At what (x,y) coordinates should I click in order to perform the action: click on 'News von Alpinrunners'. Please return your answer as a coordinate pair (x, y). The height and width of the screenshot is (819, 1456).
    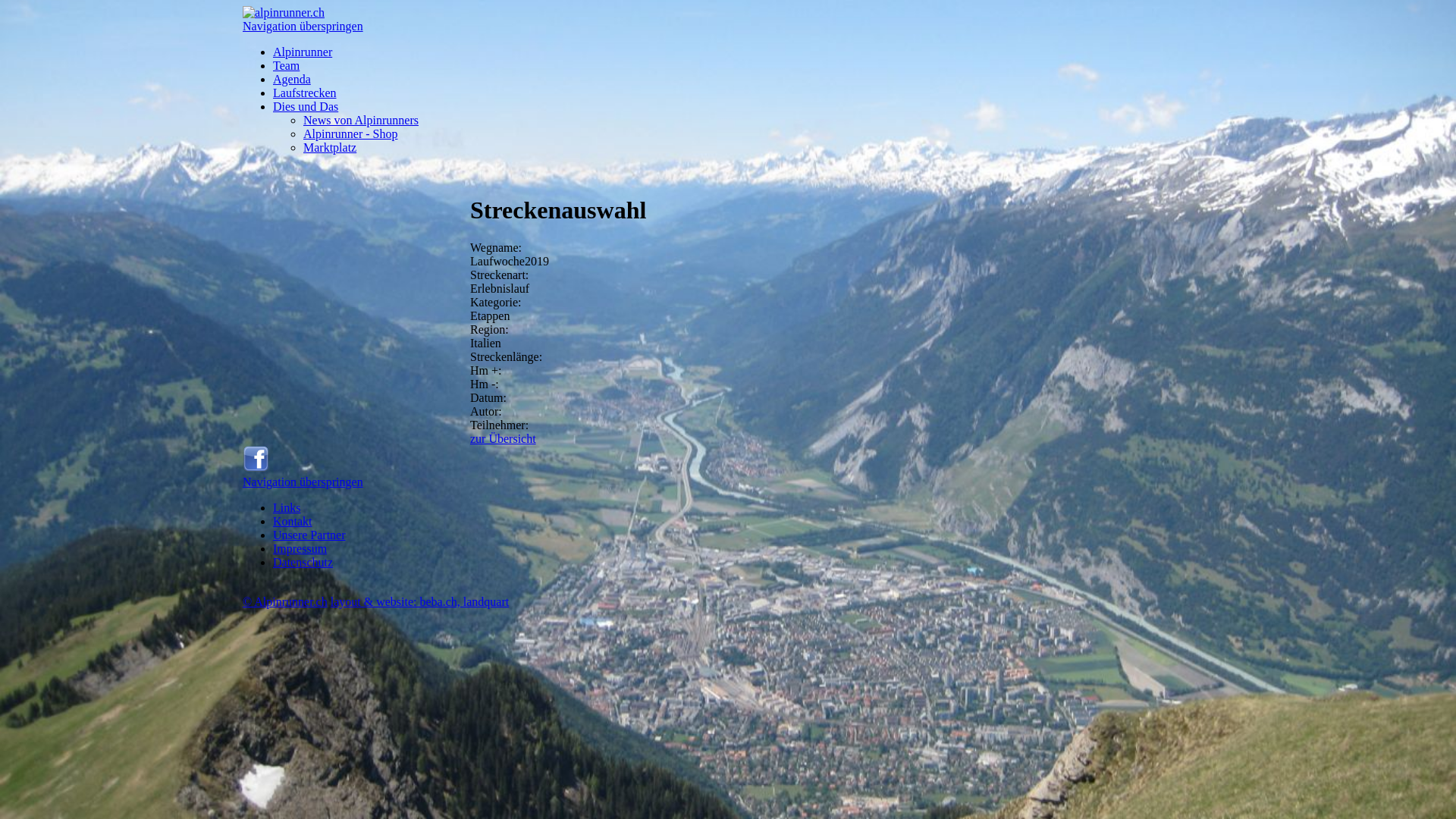
    Looking at the image, I should click on (359, 119).